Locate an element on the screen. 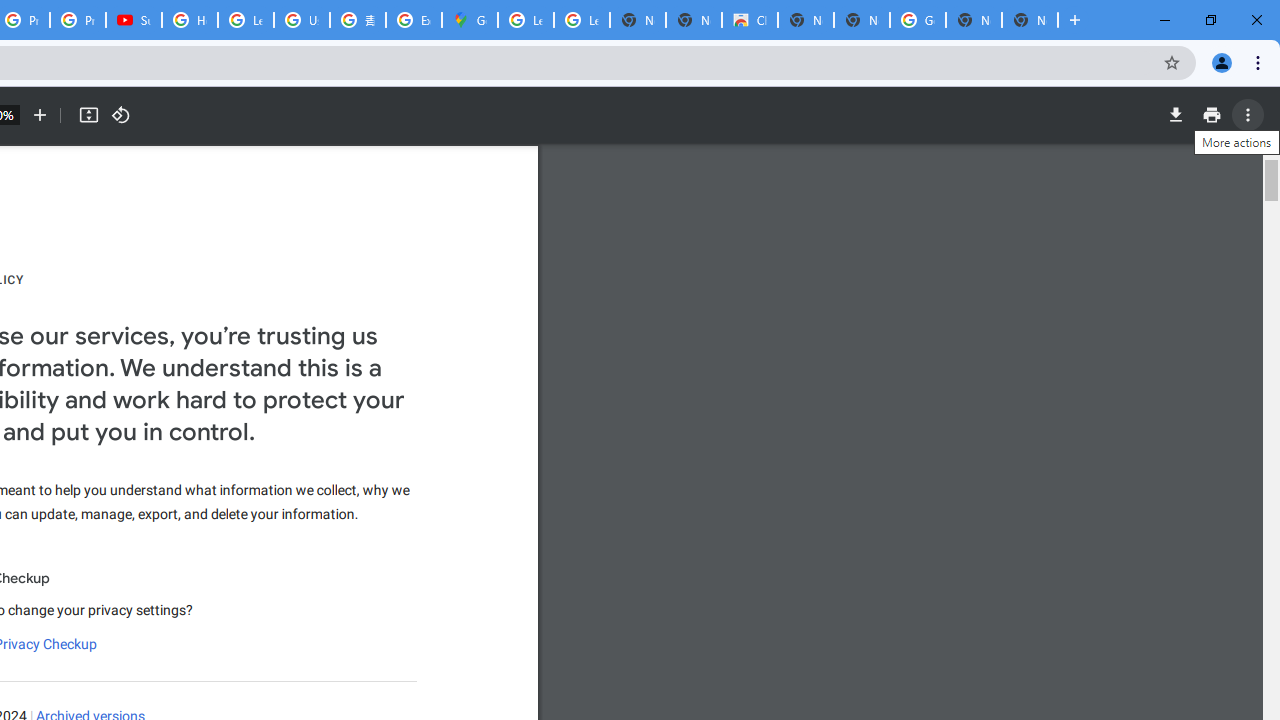  'More actions' is located at coordinates (1247, 115).